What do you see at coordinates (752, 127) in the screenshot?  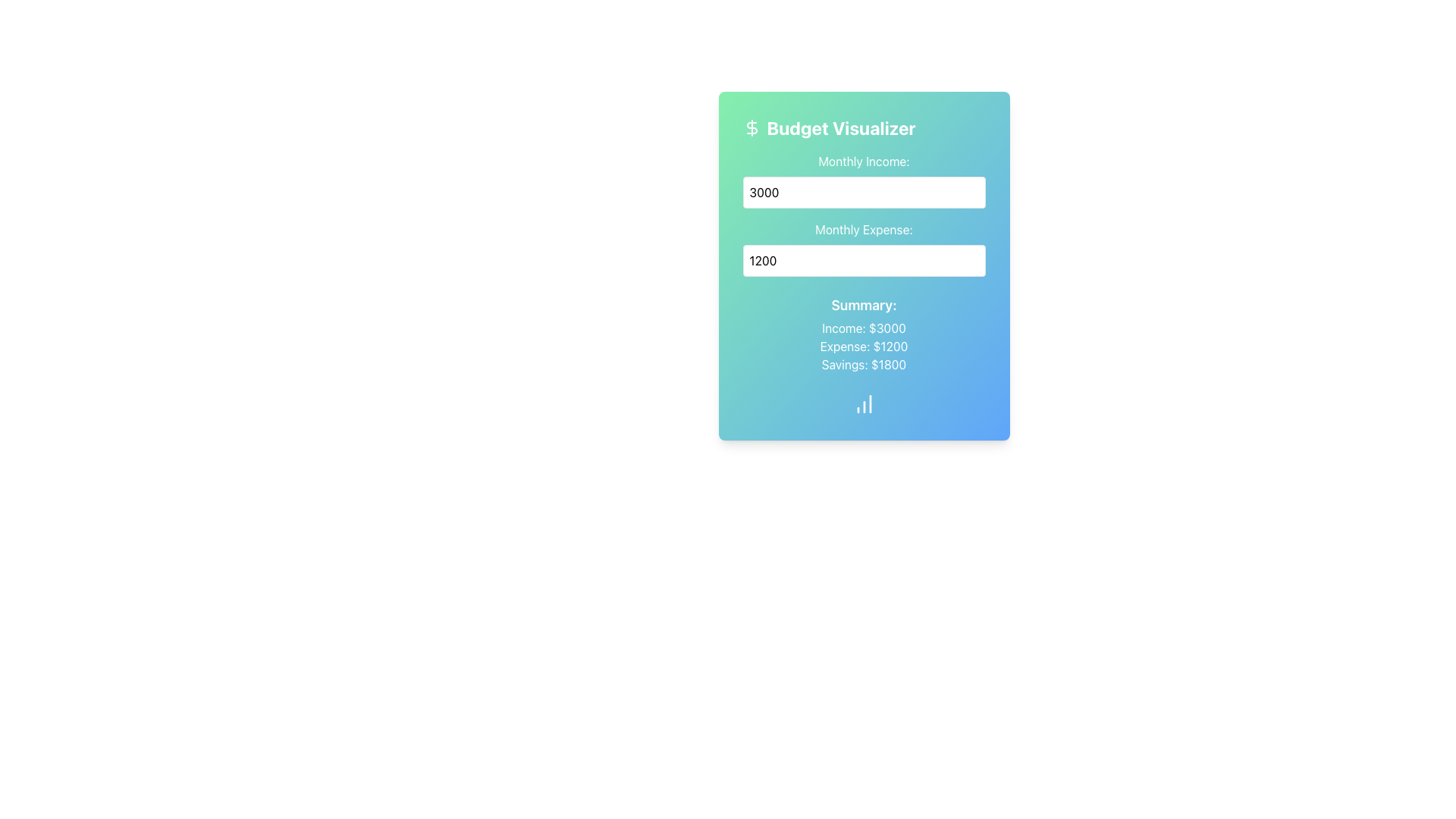 I see `the decorative icon representing the 'Budget Visualizer' heading, which is located in the top-left corner of the card interface` at bounding box center [752, 127].